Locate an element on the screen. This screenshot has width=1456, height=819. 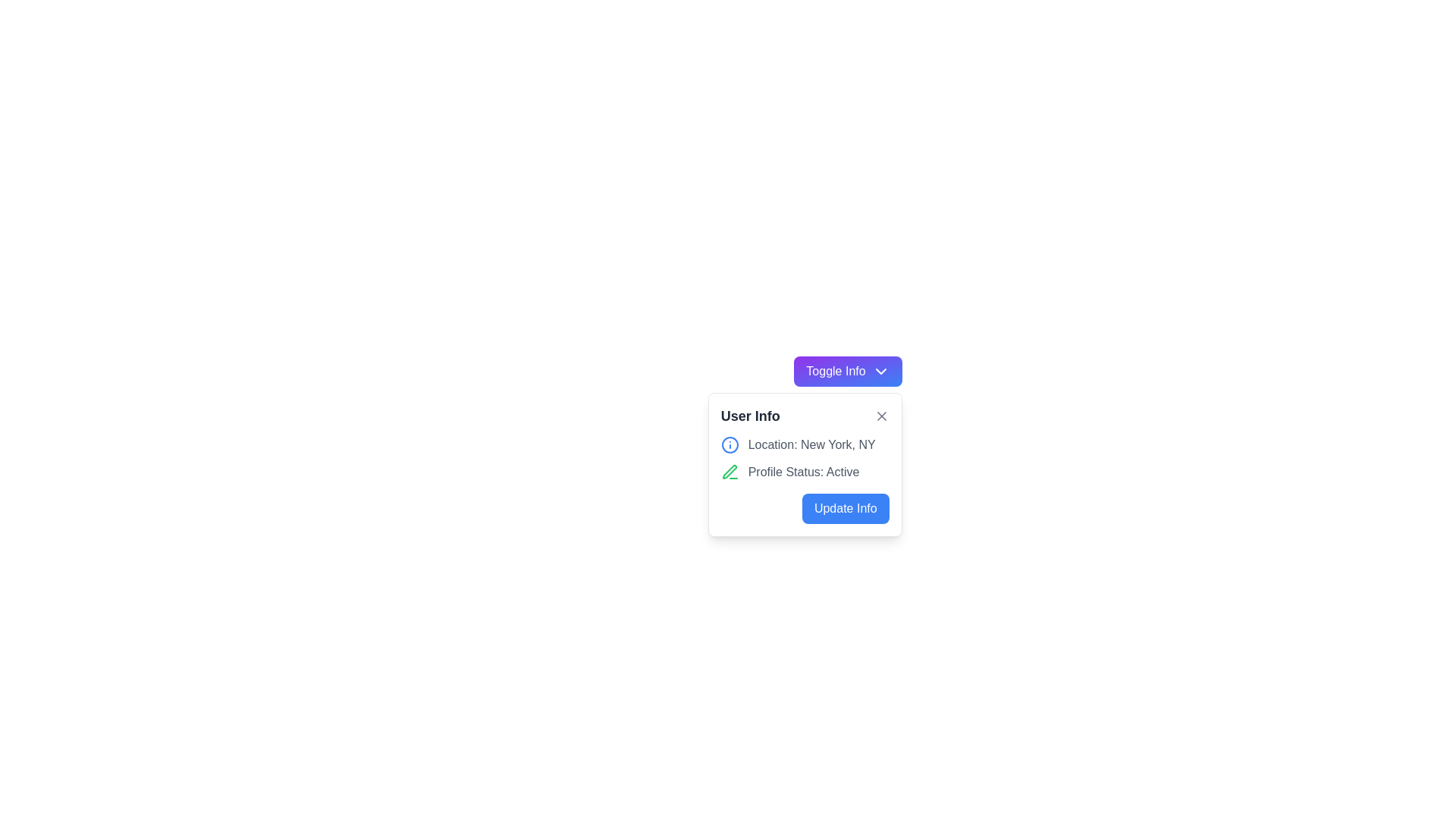
the text label displaying 'Profile Status: Active' with a green icon, located below 'Location: New York, NY' in the card-like interface is located at coordinates (804, 472).